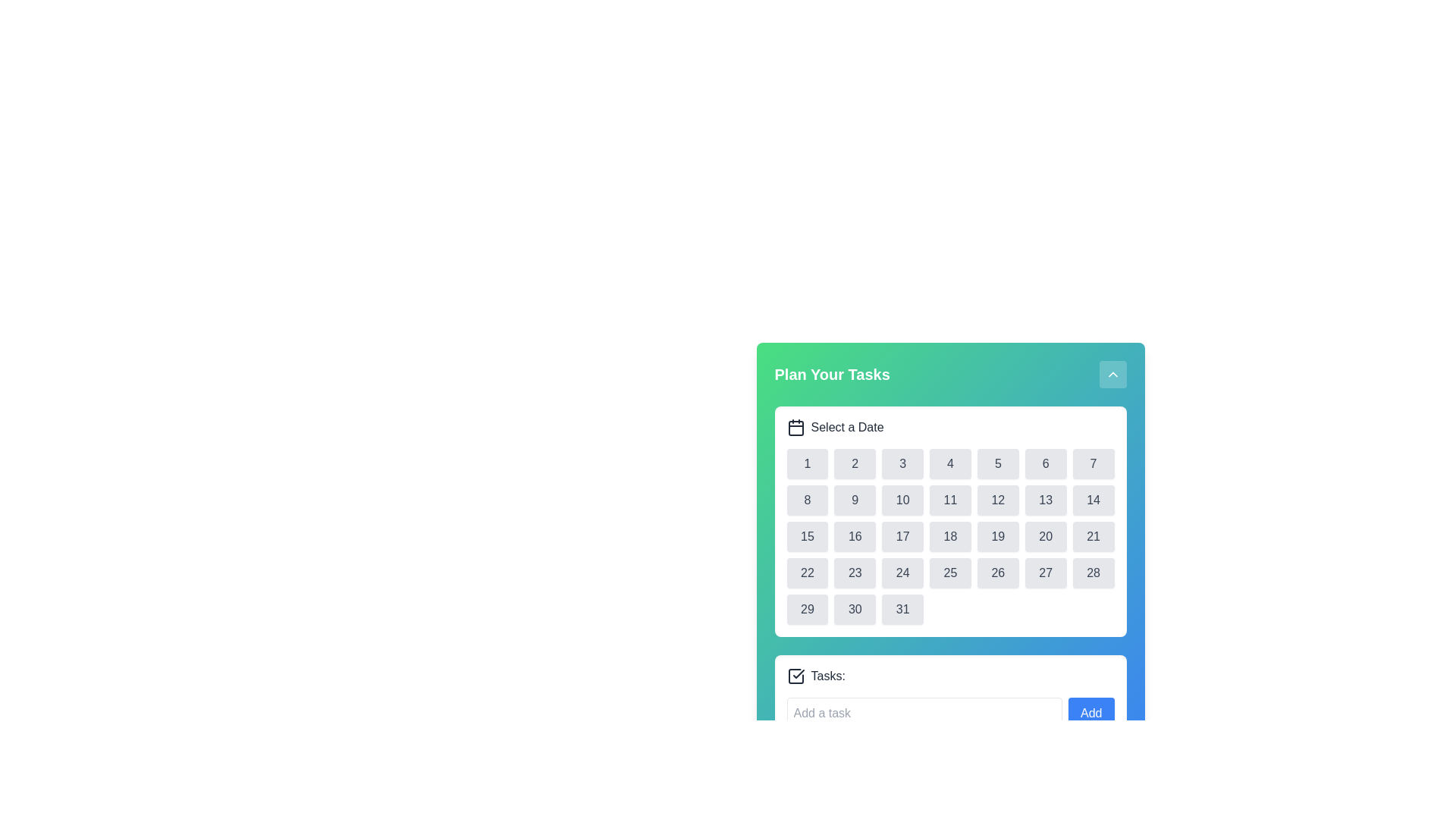 The width and height of the screenshot is (1456, 819). What do you see at coordinates (1112, 374) in the screenshot?
I see `the small button` at bounding box center [1112, 374].